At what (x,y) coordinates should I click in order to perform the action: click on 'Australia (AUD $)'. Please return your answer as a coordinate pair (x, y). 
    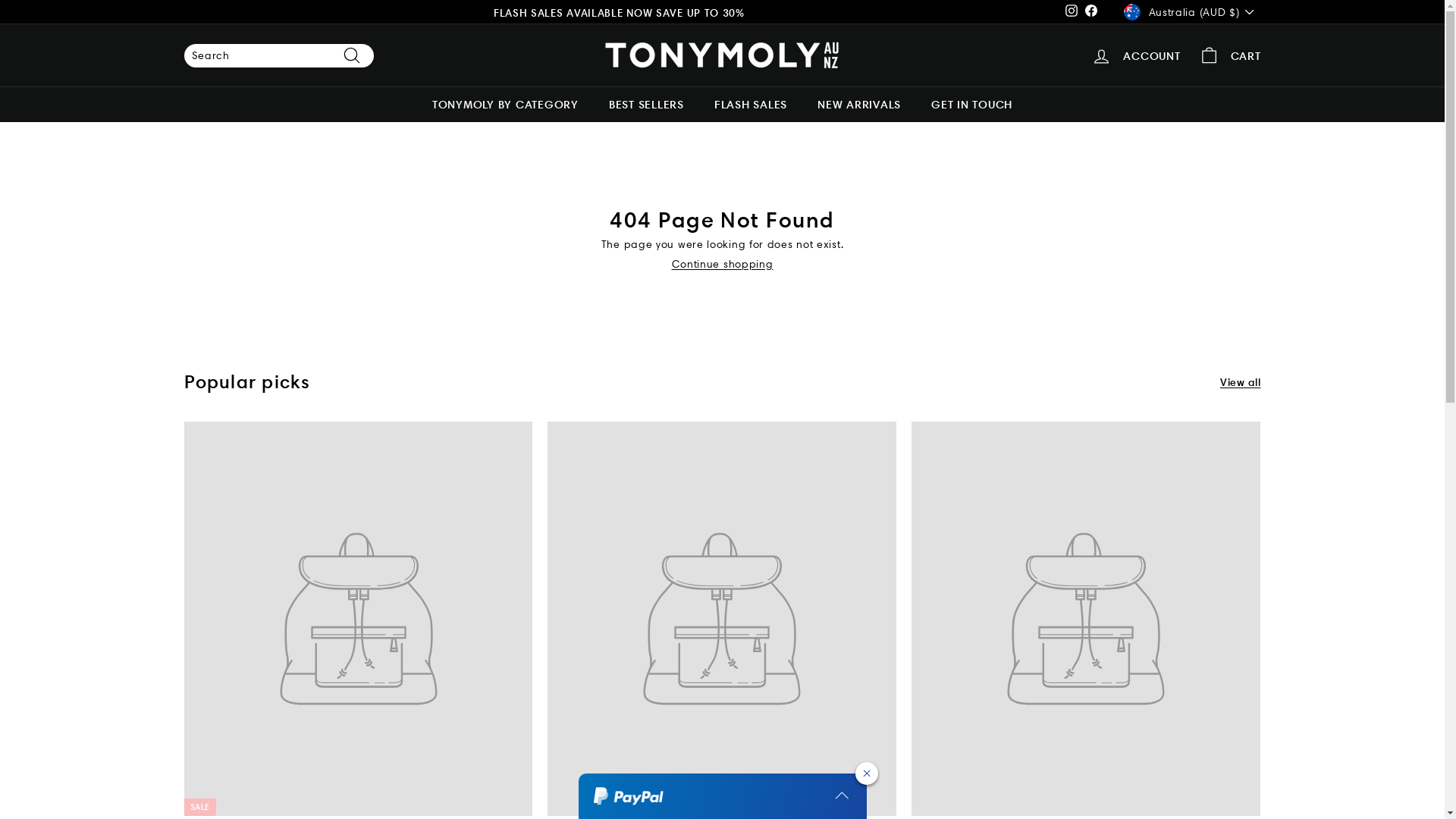
    Looking at the image, I should click on (1191, 11).